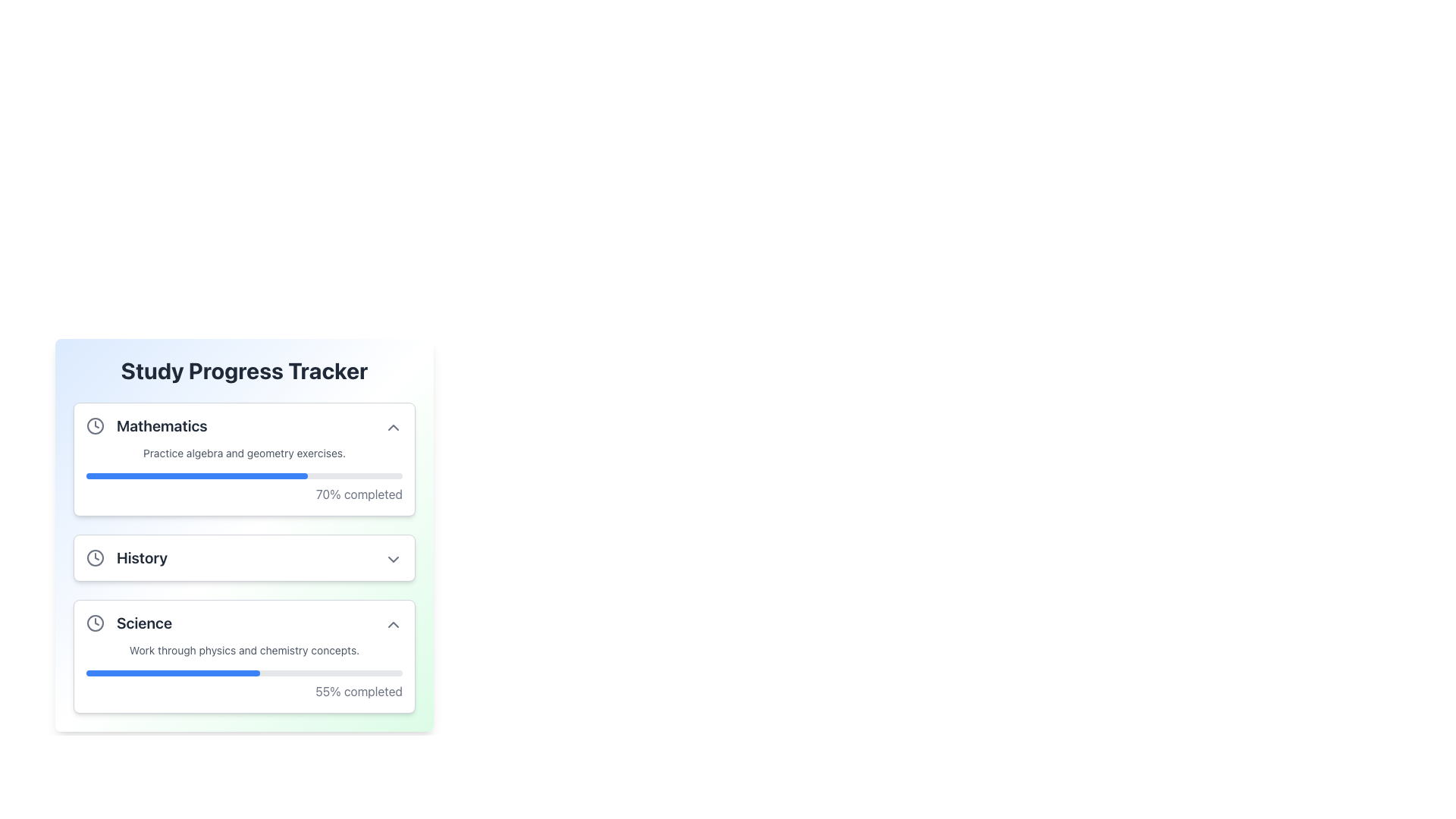 This screenshot has height=819, width=1456. I want to click on the 'Mathematics' text and clock icon combination, which is prominently styled in bold dark gray font and located in the top-left corner of the Study Progress Tracker section, so click(146, 426).